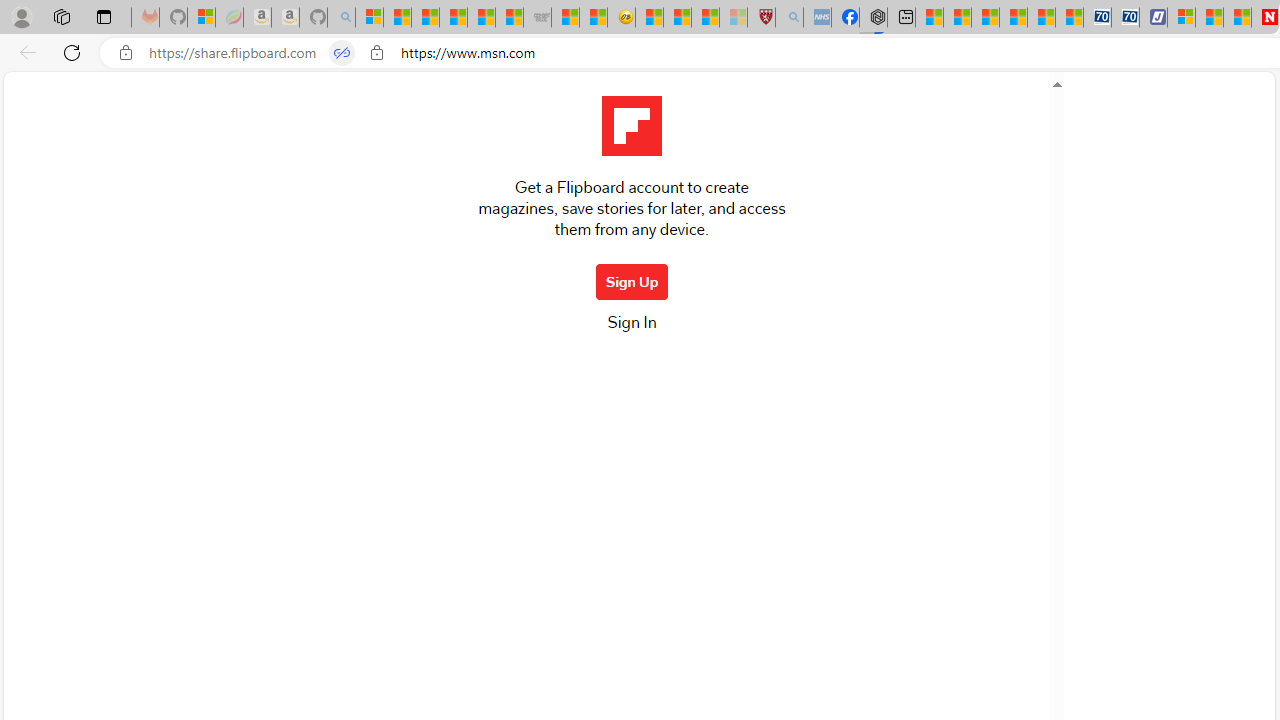 Image resolution: width=1280 pixels, height=720 pixels. What do you see at coordinates (424, 17) in the screenshot?
I see `'The Weather Channel - MSN'` at bounding box center [424, 17].